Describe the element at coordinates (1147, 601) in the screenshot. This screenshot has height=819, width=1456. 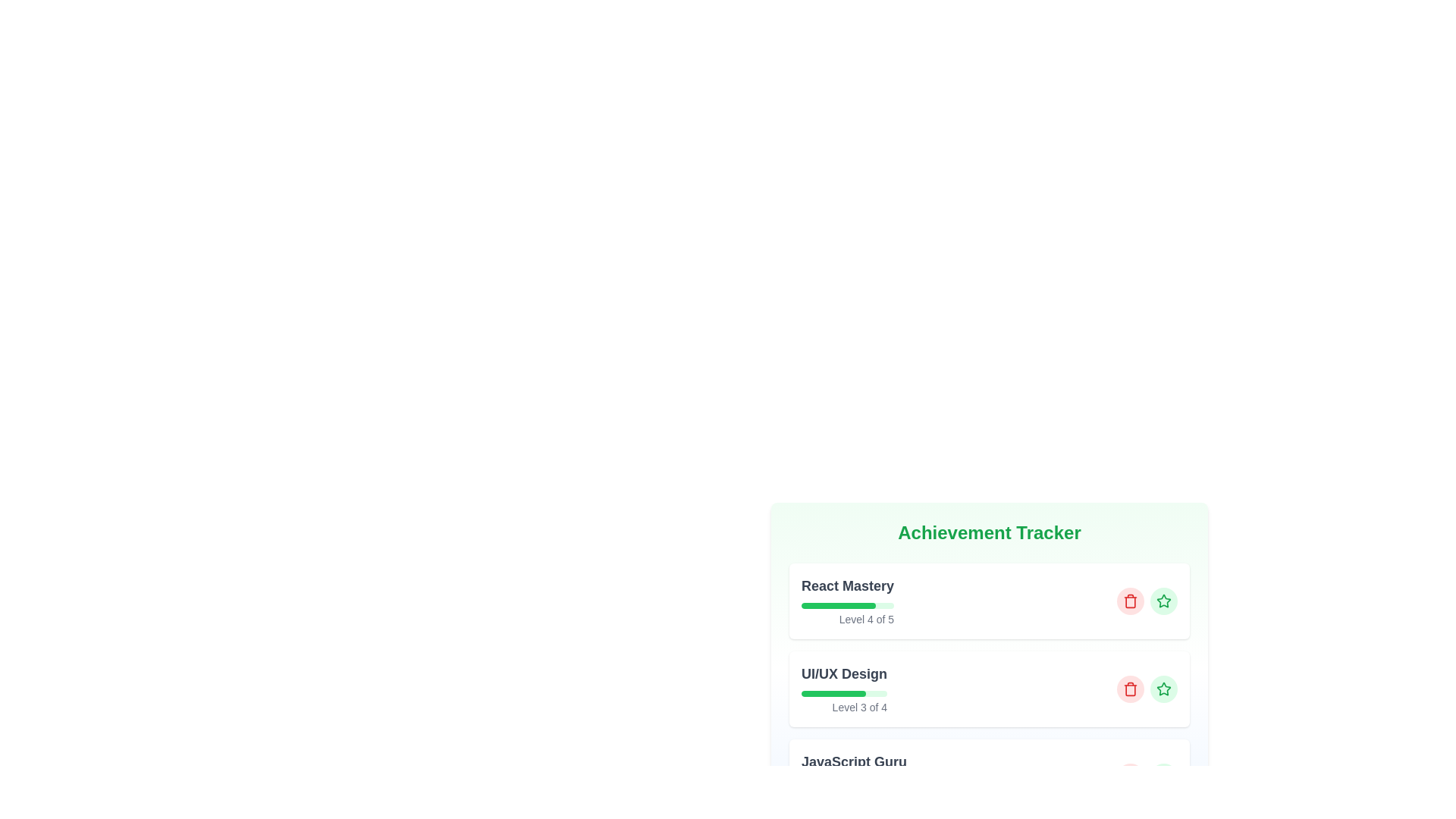
I see `the interactive buttons group associated with the 'React Mastery' item, which includes functionalities like deleting and setting as a favorite` at that location.